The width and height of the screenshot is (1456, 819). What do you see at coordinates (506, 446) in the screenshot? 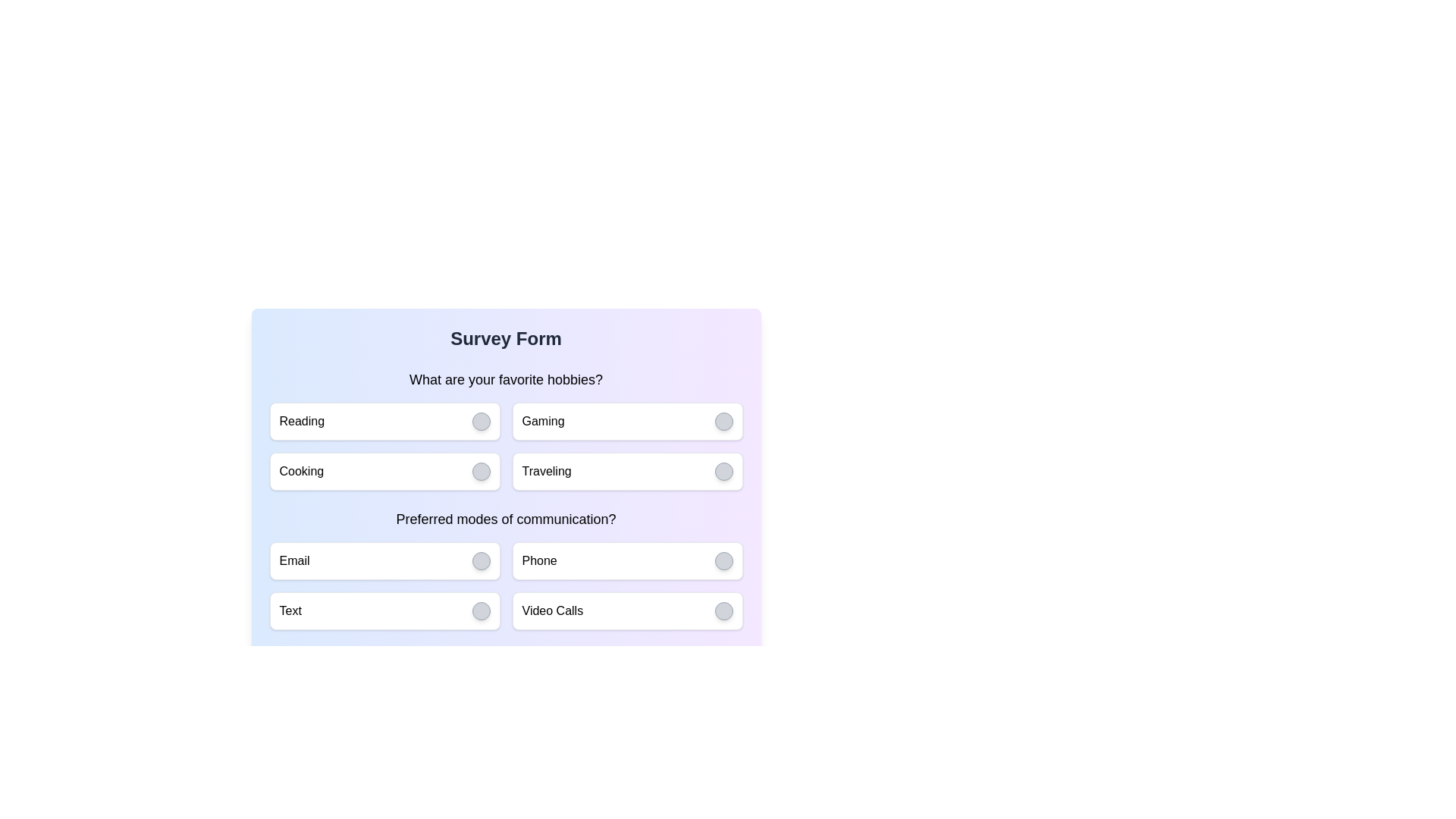
I see `the circular button in the Interactive selection grid, which contains labels like 'Reading', 'Gaming', 'Cooking', or 'Traveling'` at bounding box center [506, 446].